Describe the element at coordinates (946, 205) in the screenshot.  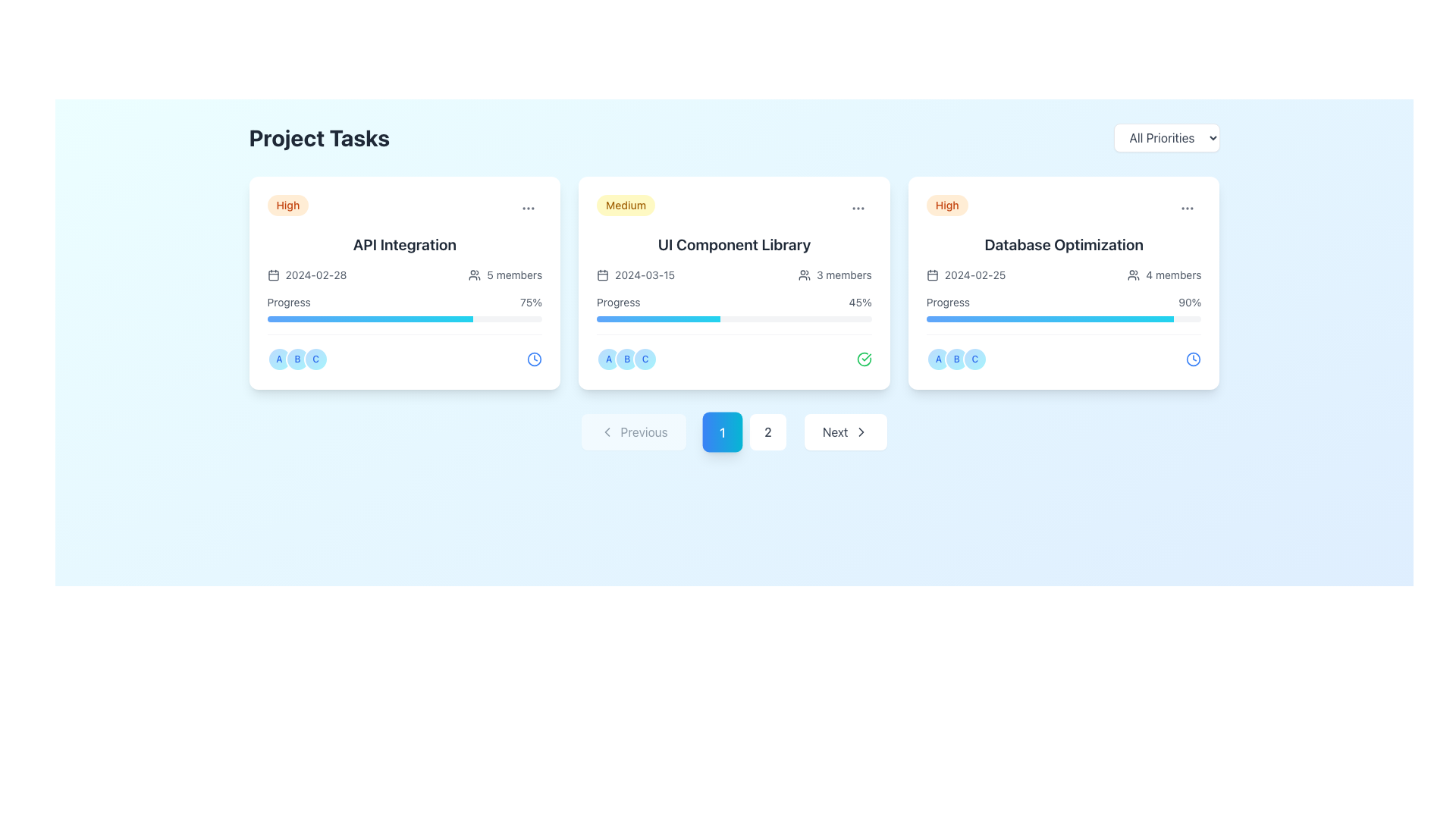
I see `text 'High' from the pill-shaped label with an orange background located at the top-left section of the 'Database Optimization' card` at that location.